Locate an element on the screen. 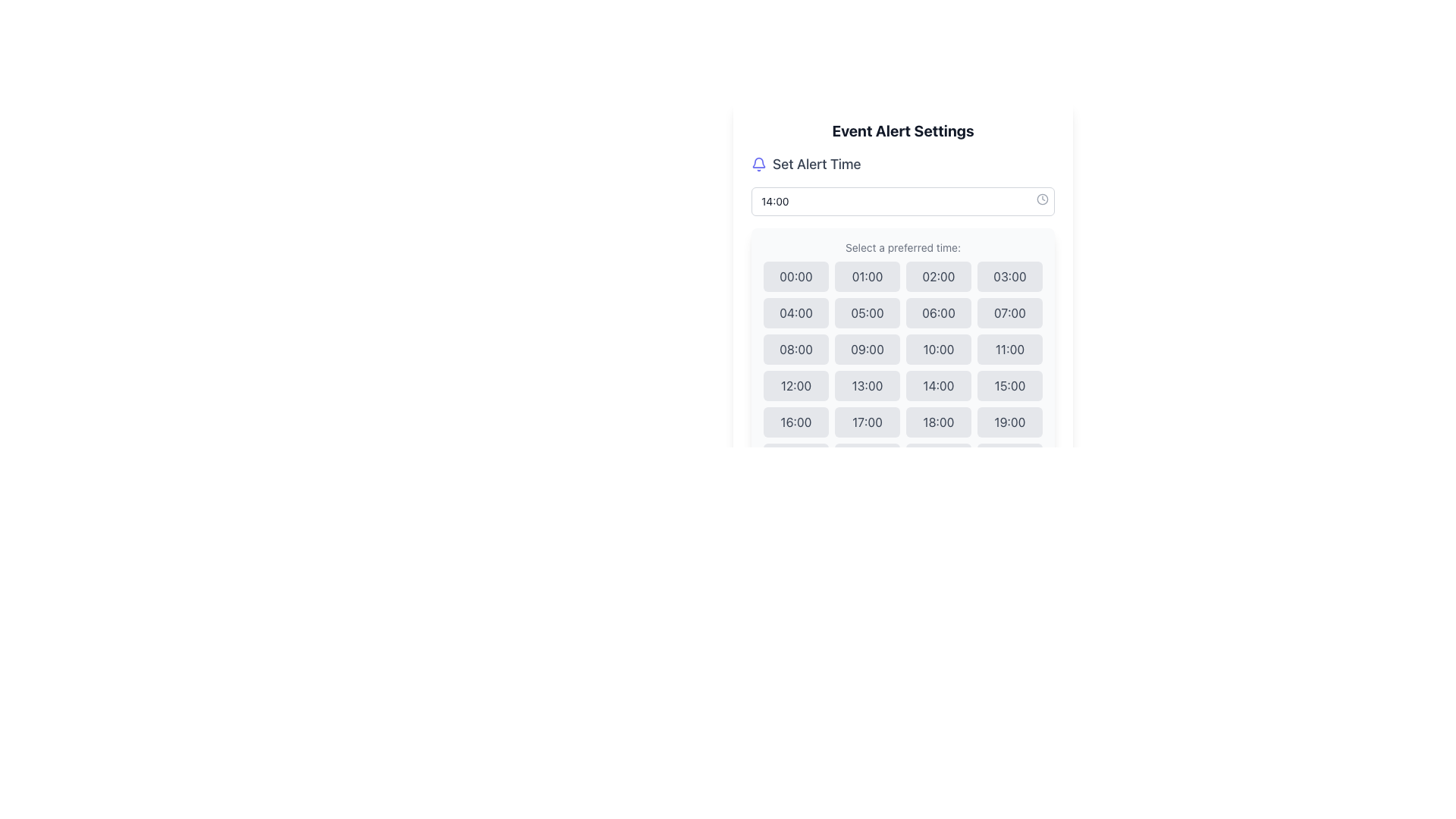 Image resolution: width=1456 pixels, height=819 pixels. the primary circular SVG clock element located beside the time input box labeled with the current selected time is located at coordinates (1041, 198).